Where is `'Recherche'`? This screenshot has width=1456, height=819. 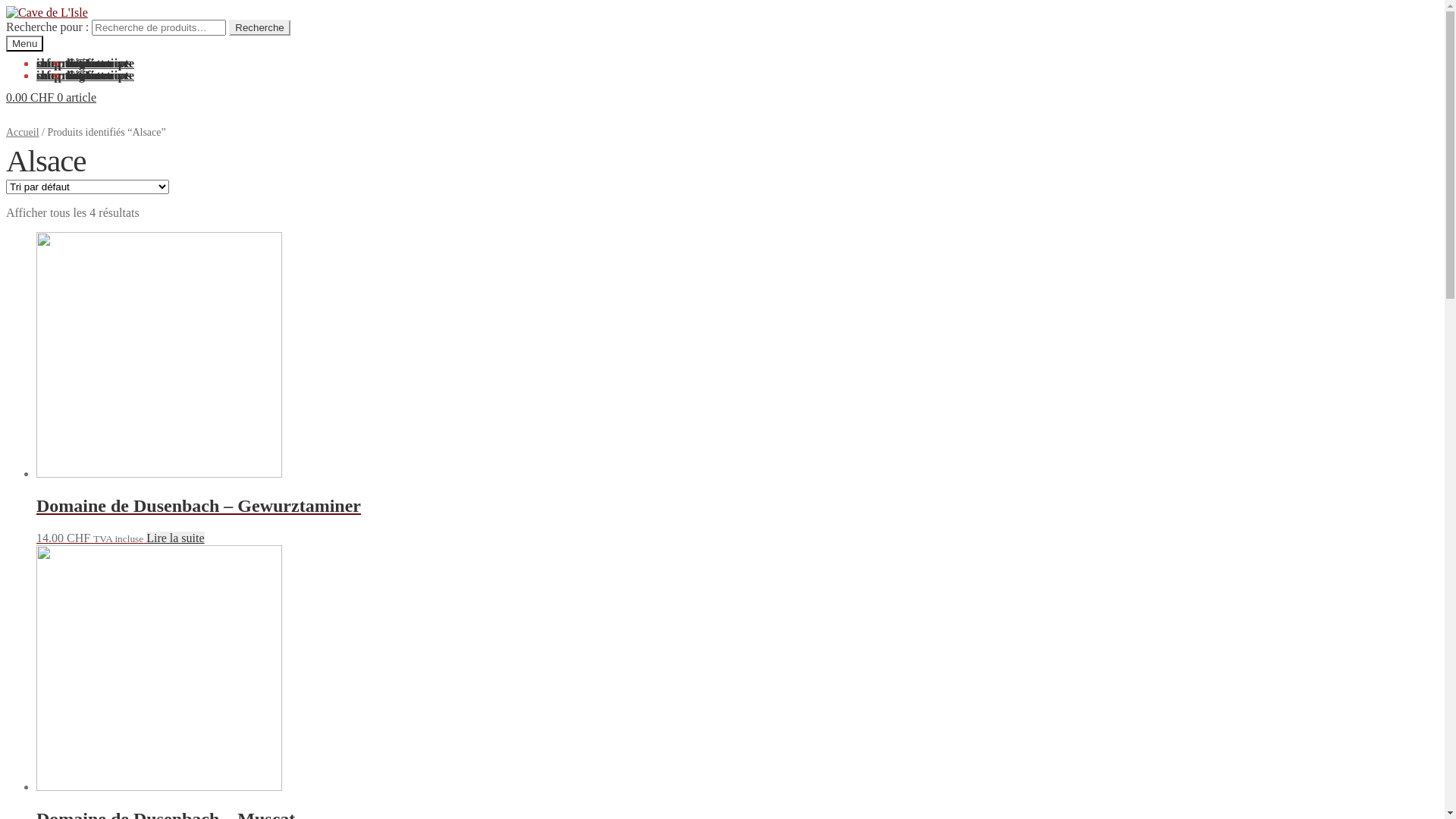
'Recherche' is located at coordinates (228, 27).